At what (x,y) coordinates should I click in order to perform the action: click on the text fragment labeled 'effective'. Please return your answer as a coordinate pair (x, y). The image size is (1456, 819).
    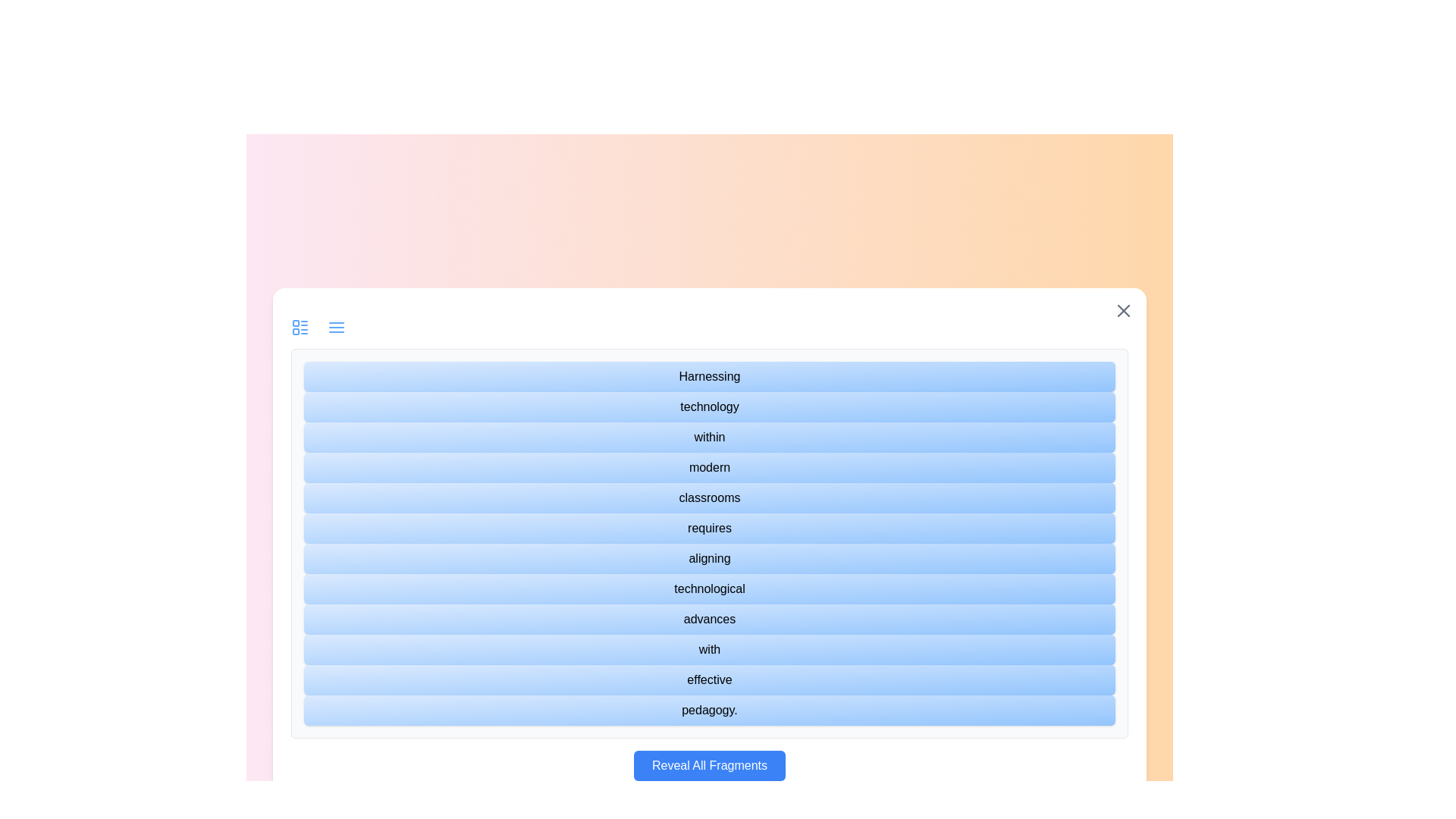
    Looking at the image, I should click on (709, 679).